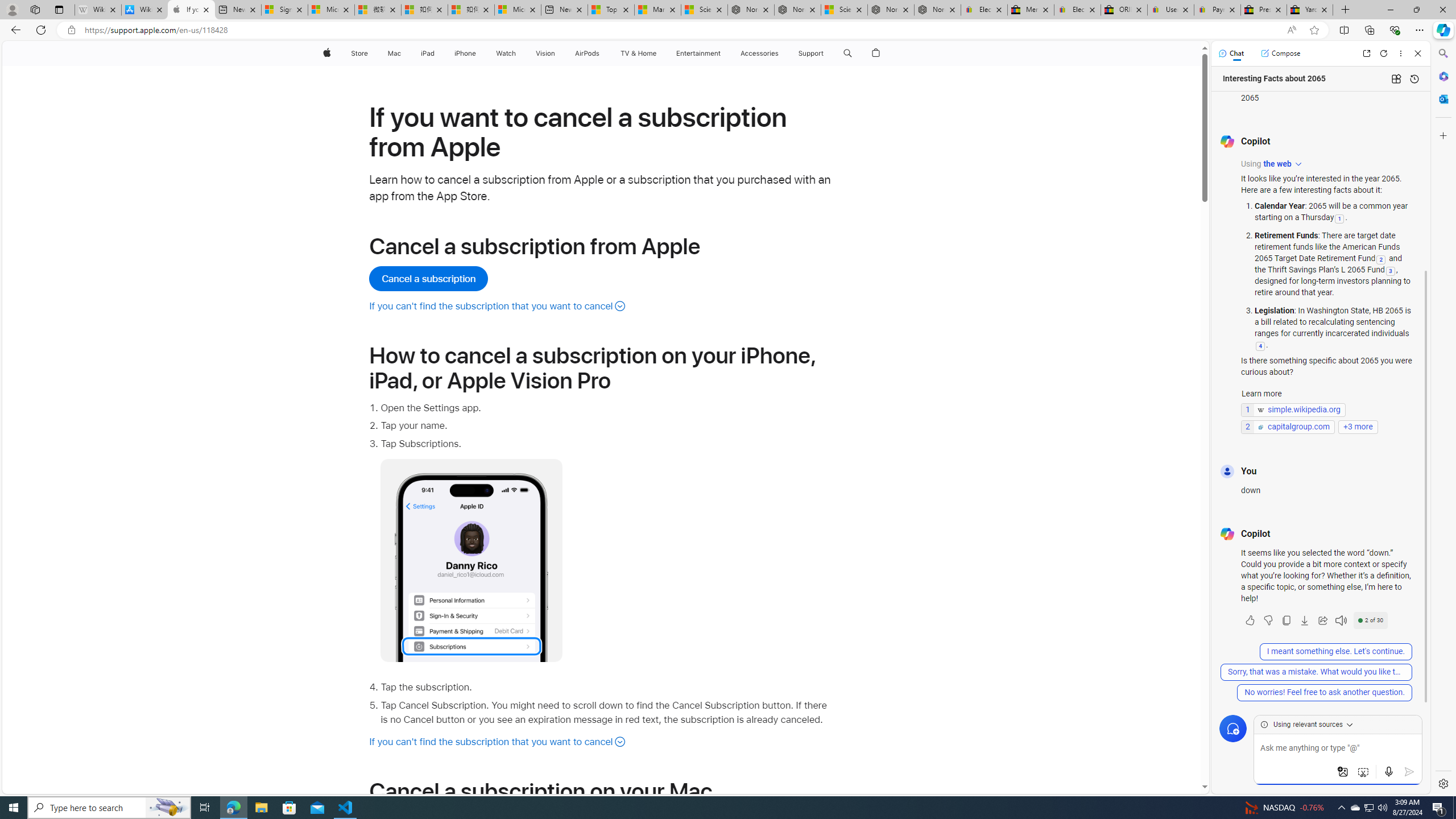  What do you see at coordinates (359, 53) in the screenshot?
I see `'Store'` at bounding box center [359, 53].